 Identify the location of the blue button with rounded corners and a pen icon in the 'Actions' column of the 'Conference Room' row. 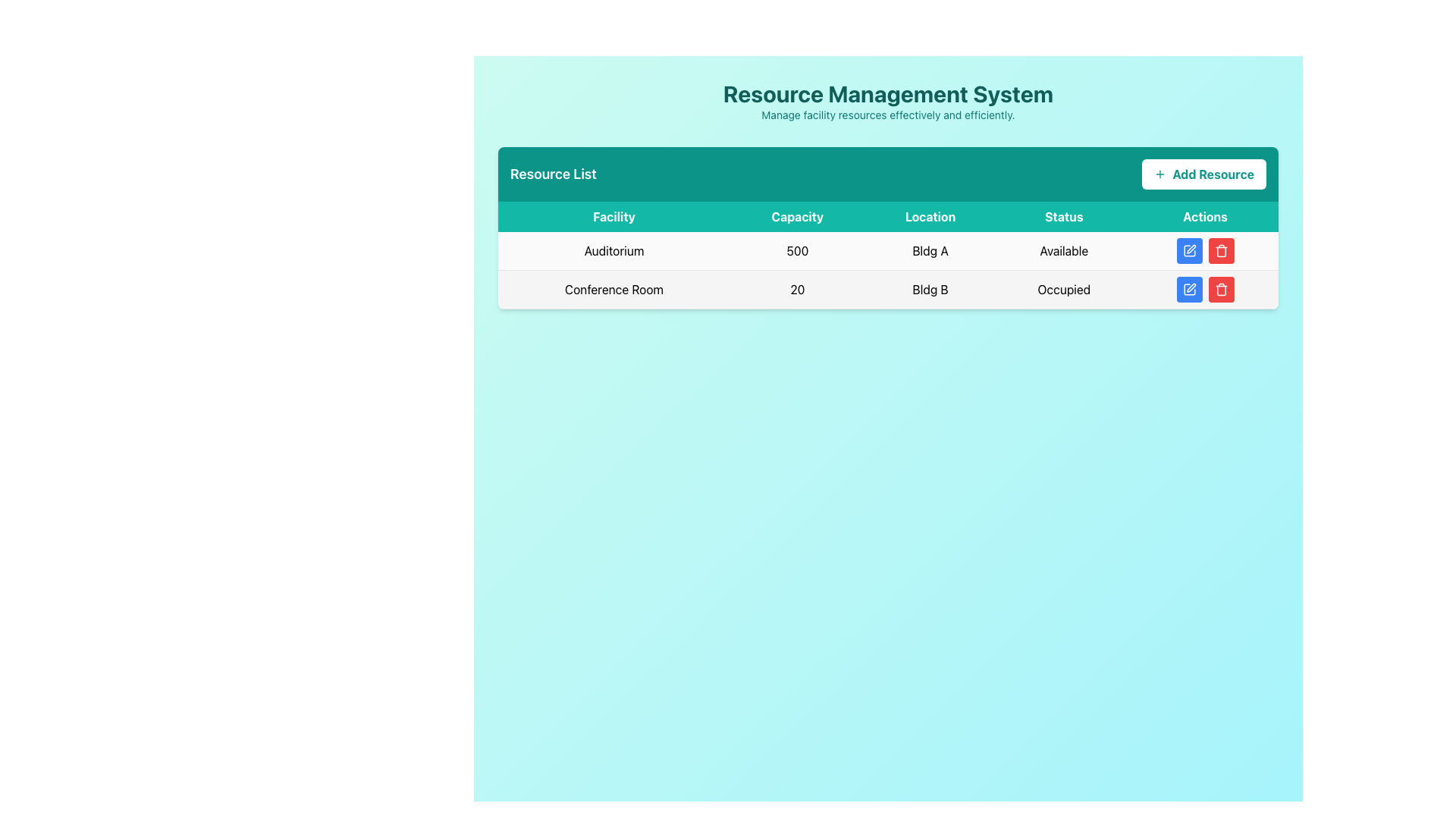
(1188, 289).